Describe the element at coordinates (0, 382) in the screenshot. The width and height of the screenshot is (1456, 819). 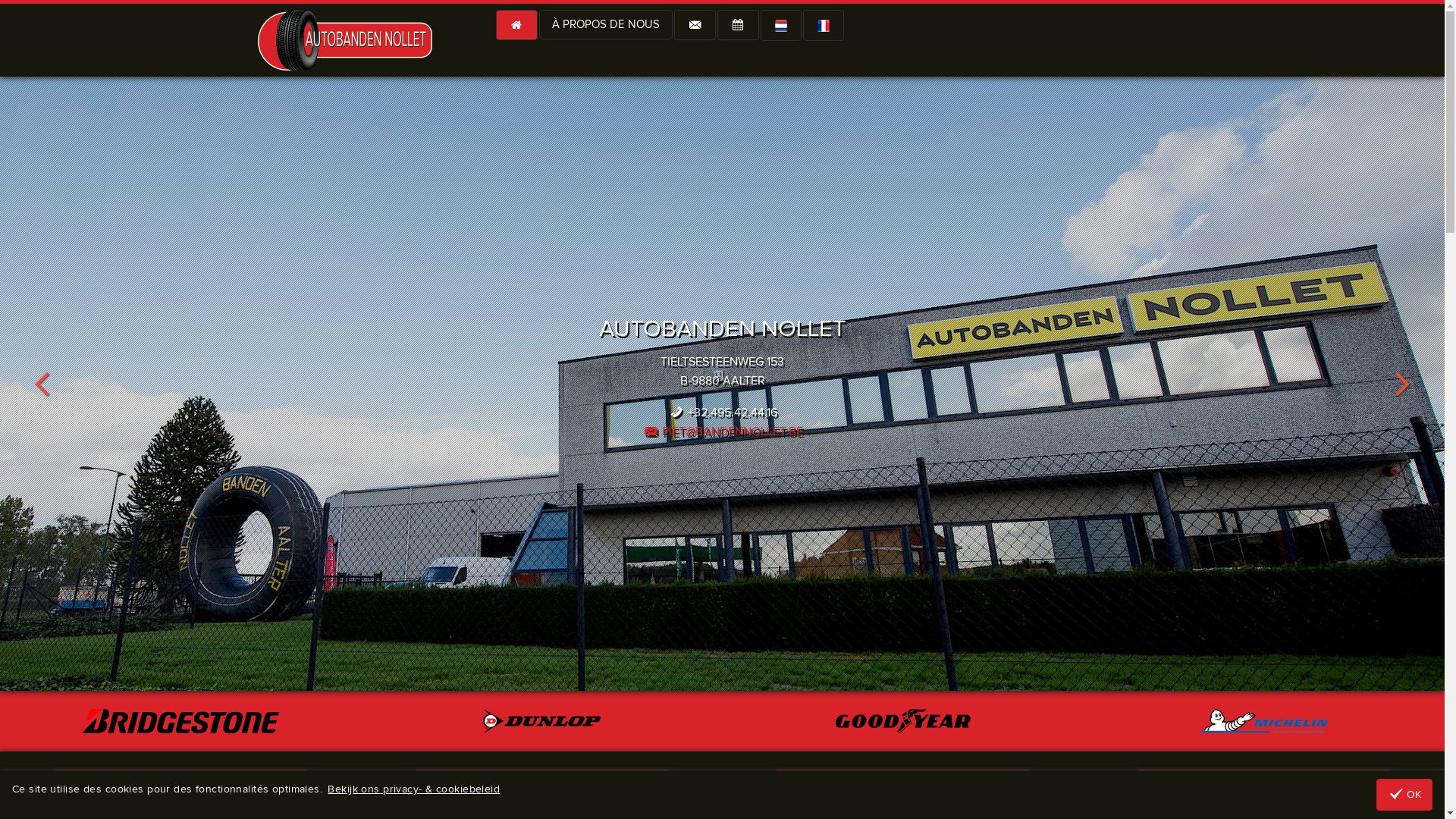
I see `'vorige slide'` at that location.